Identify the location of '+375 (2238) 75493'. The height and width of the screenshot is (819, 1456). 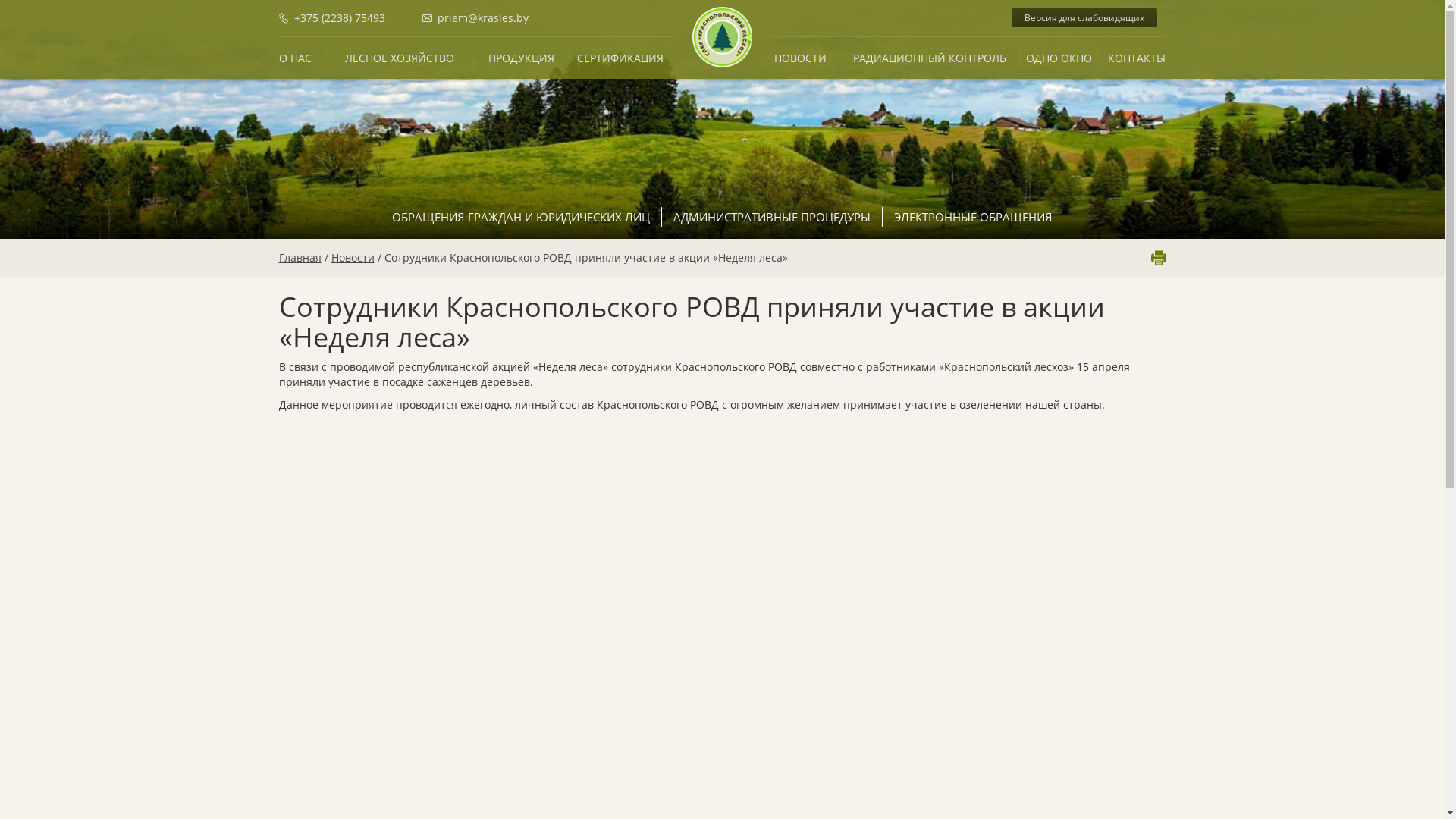
(348, 17).